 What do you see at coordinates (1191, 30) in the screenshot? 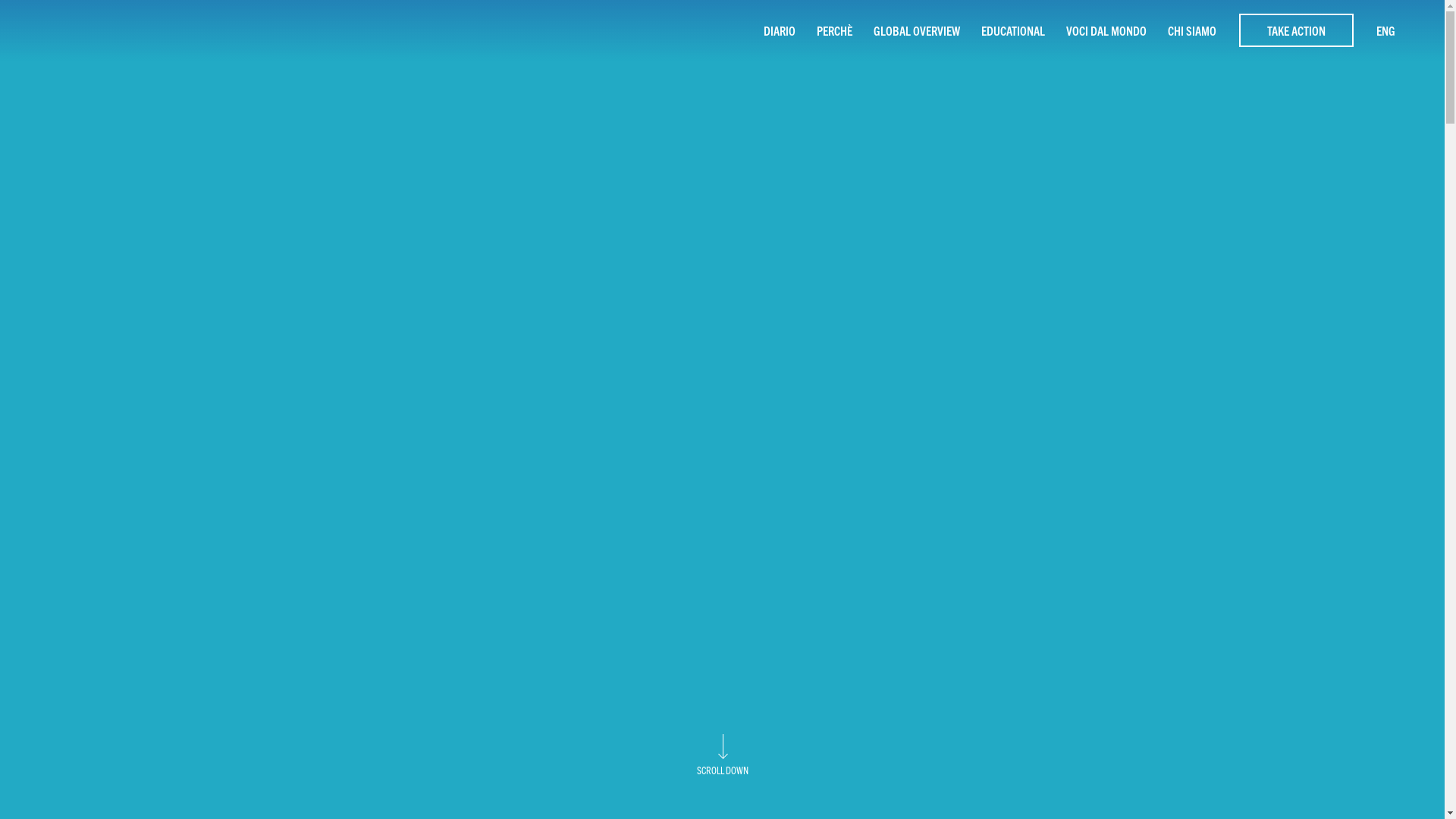
I see `'CHI SIAMO'` at bounding box center [1191, 30].